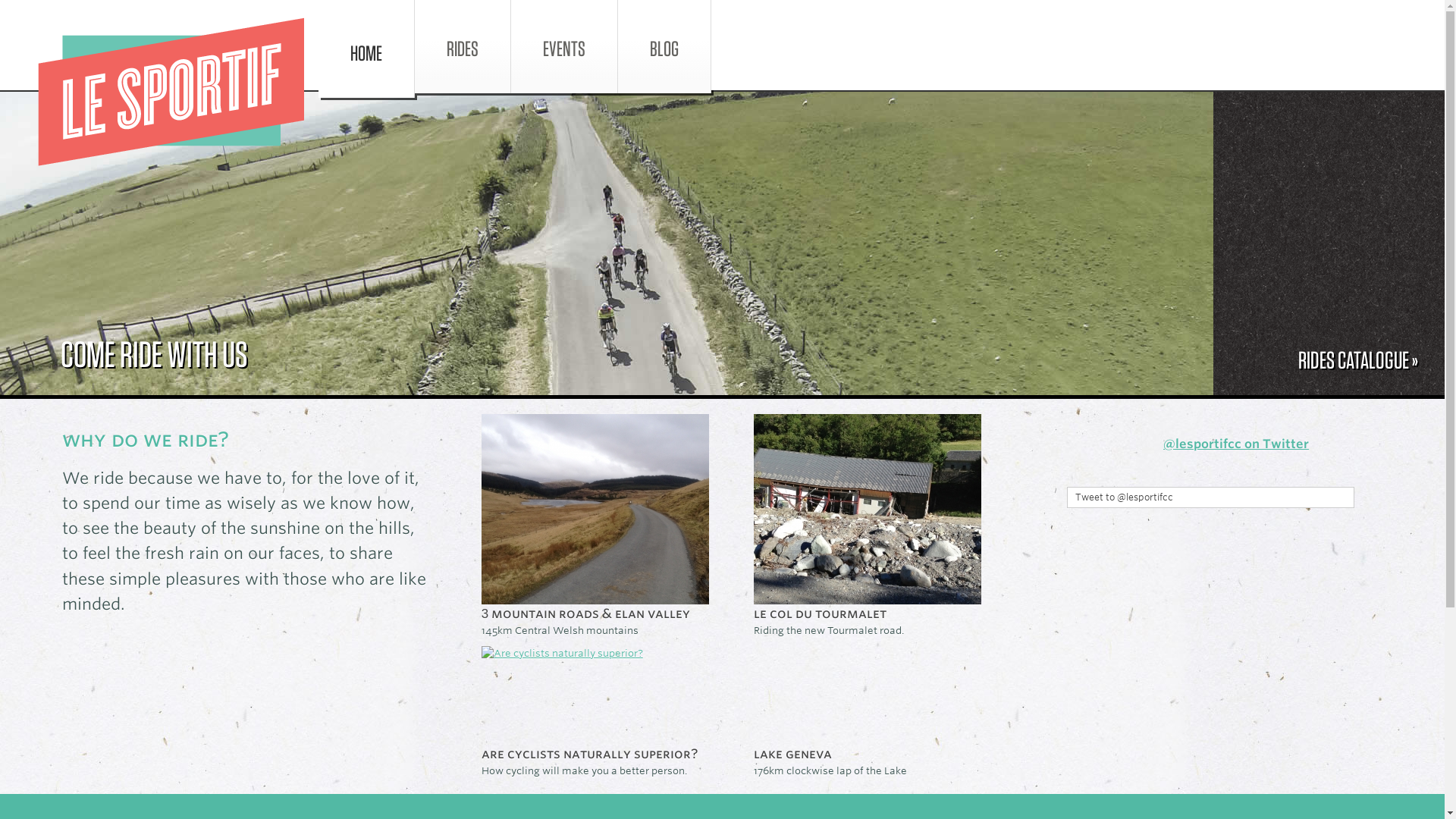  What do you see at coordinates (462, 45) in the screenshot?
I see `'RIDES'` at bounding box center [462, 45].